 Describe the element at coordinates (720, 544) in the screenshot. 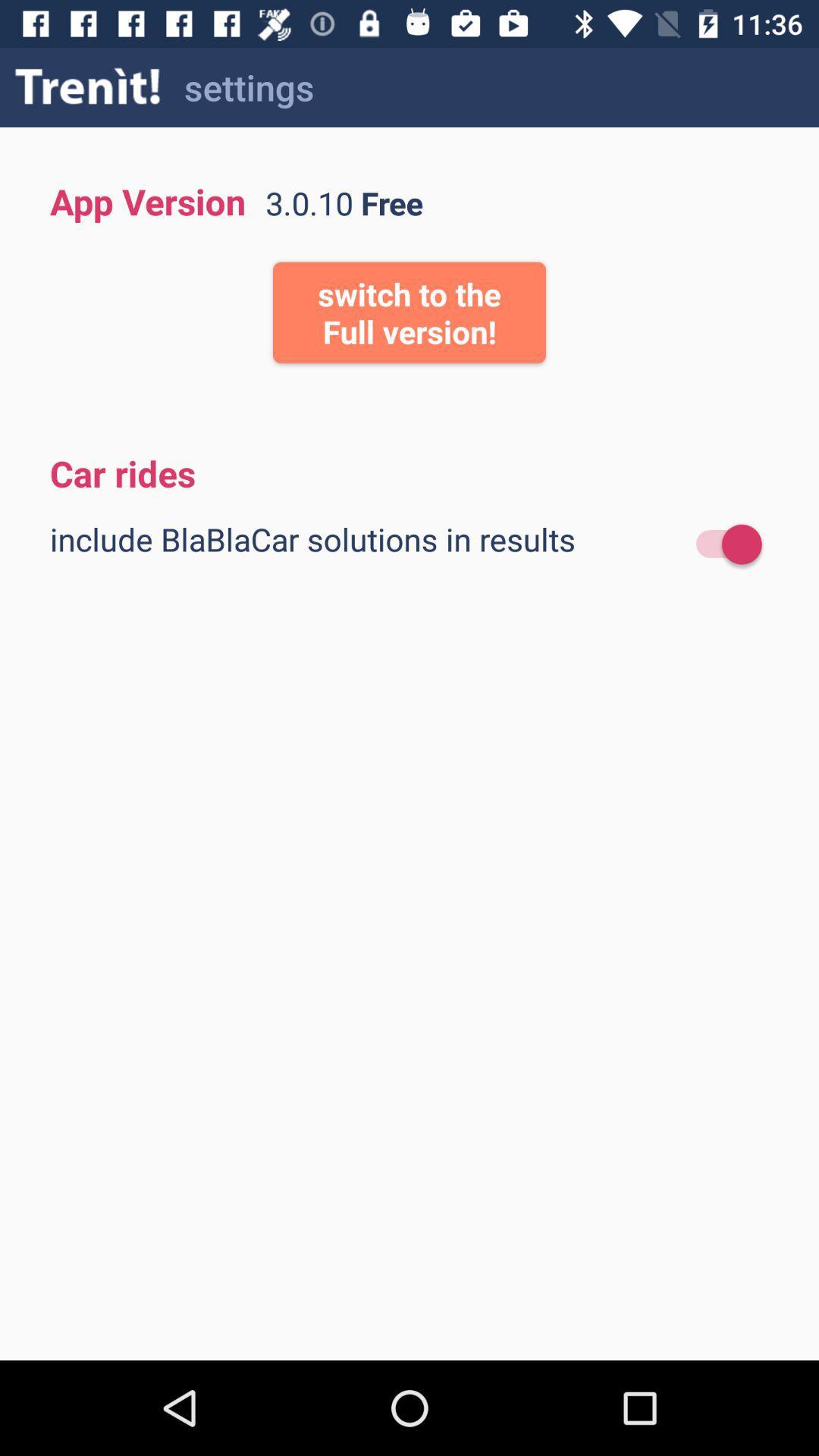

I see `blablacare results` at that location.